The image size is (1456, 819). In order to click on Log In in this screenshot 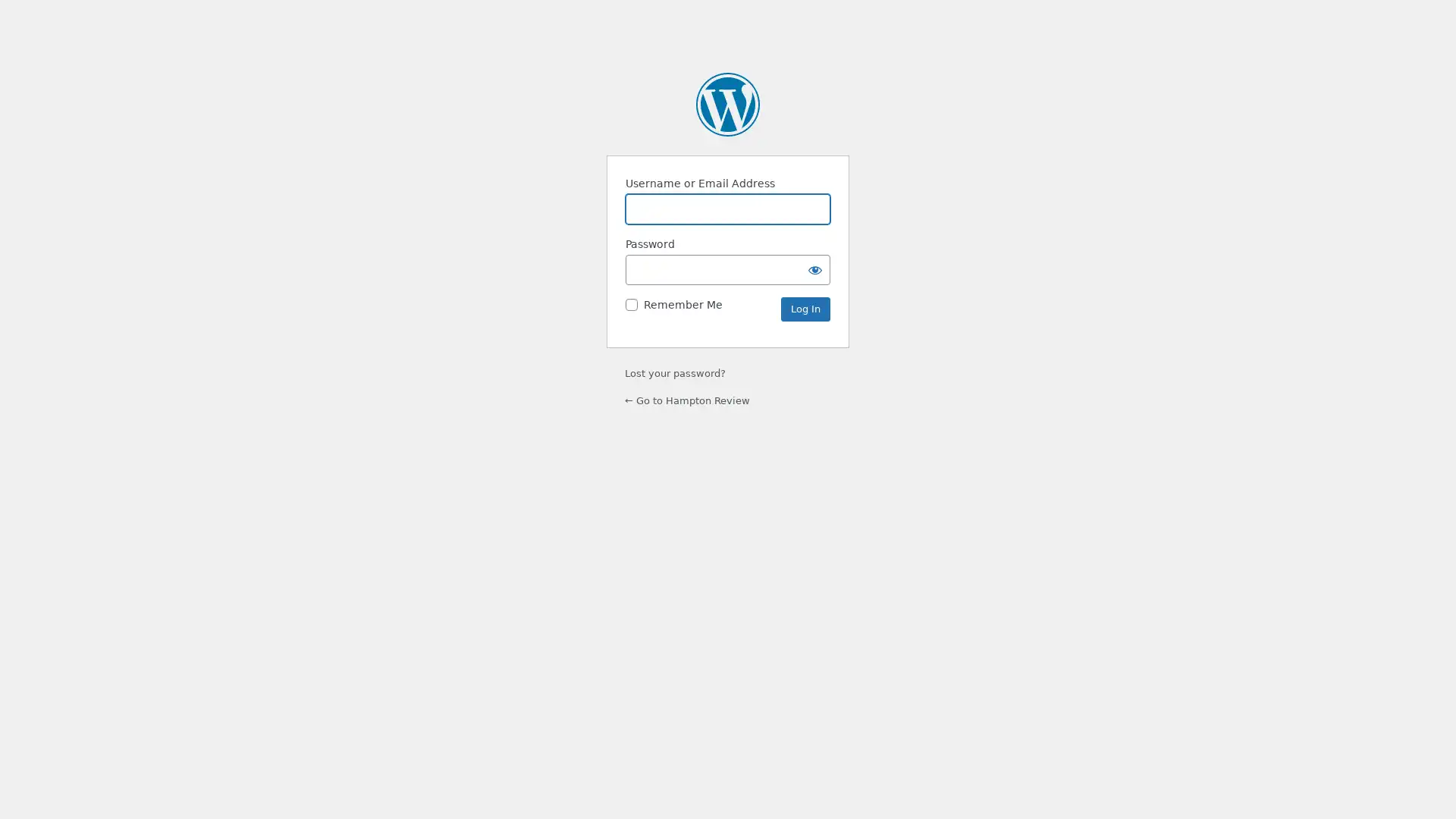, I will do `click(805, 309)`.